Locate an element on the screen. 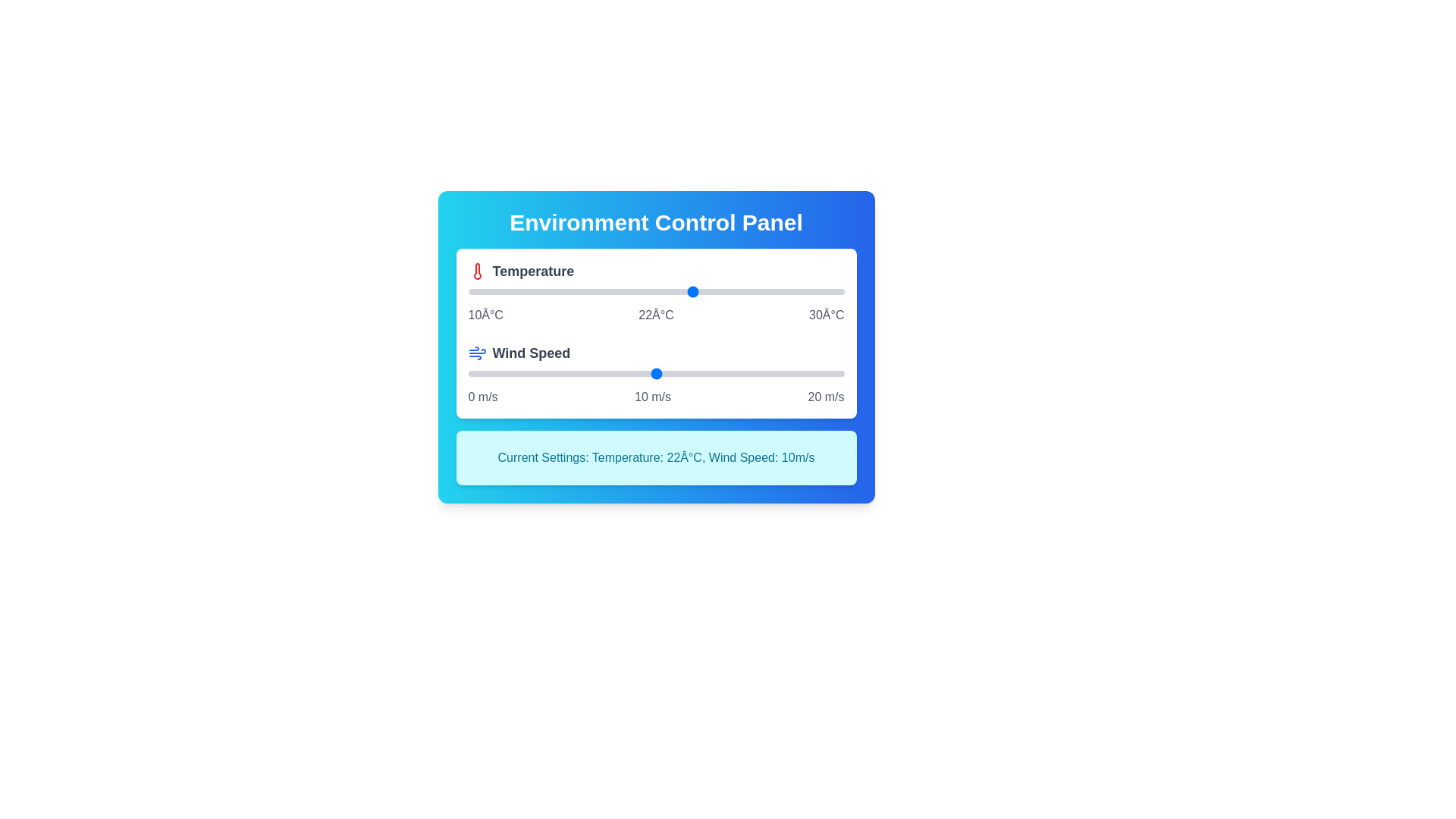 The height and width of the screenshot is (819, 1456). the temperature slider to 25°C is located at coordinates (750, 292).